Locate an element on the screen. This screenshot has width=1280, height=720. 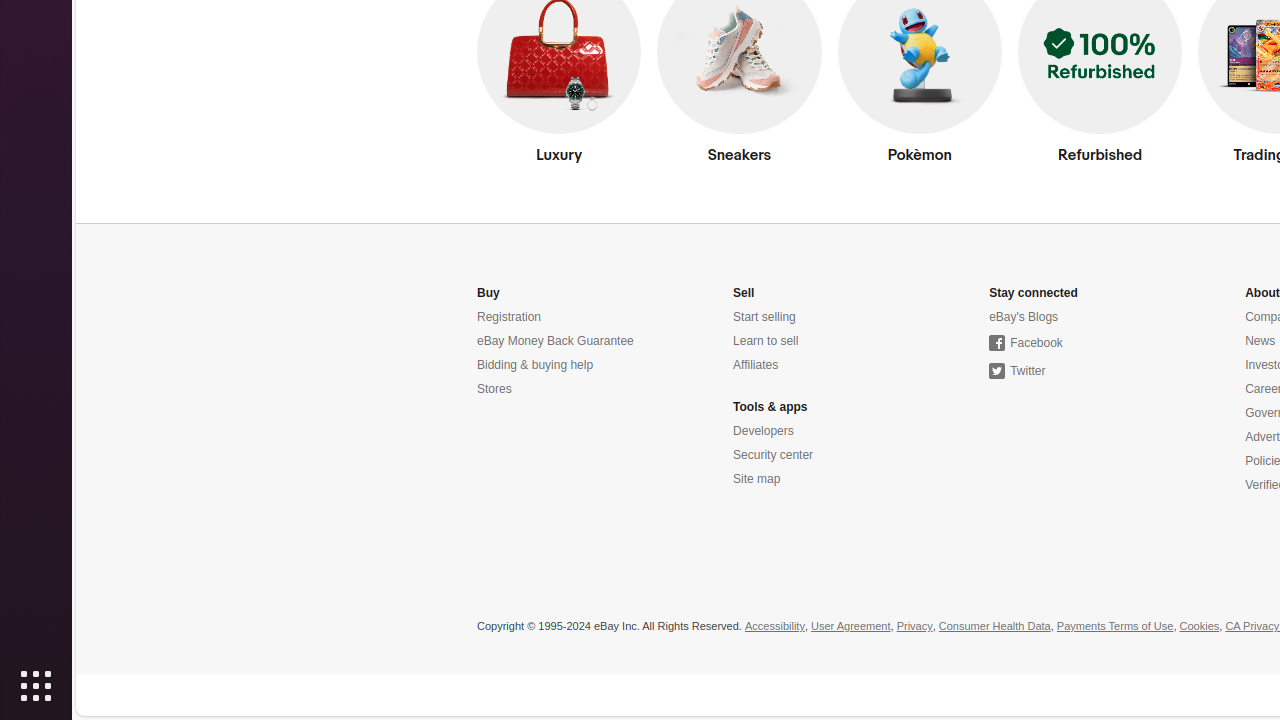
'Show Applications' is located at coordinates (35, 685).